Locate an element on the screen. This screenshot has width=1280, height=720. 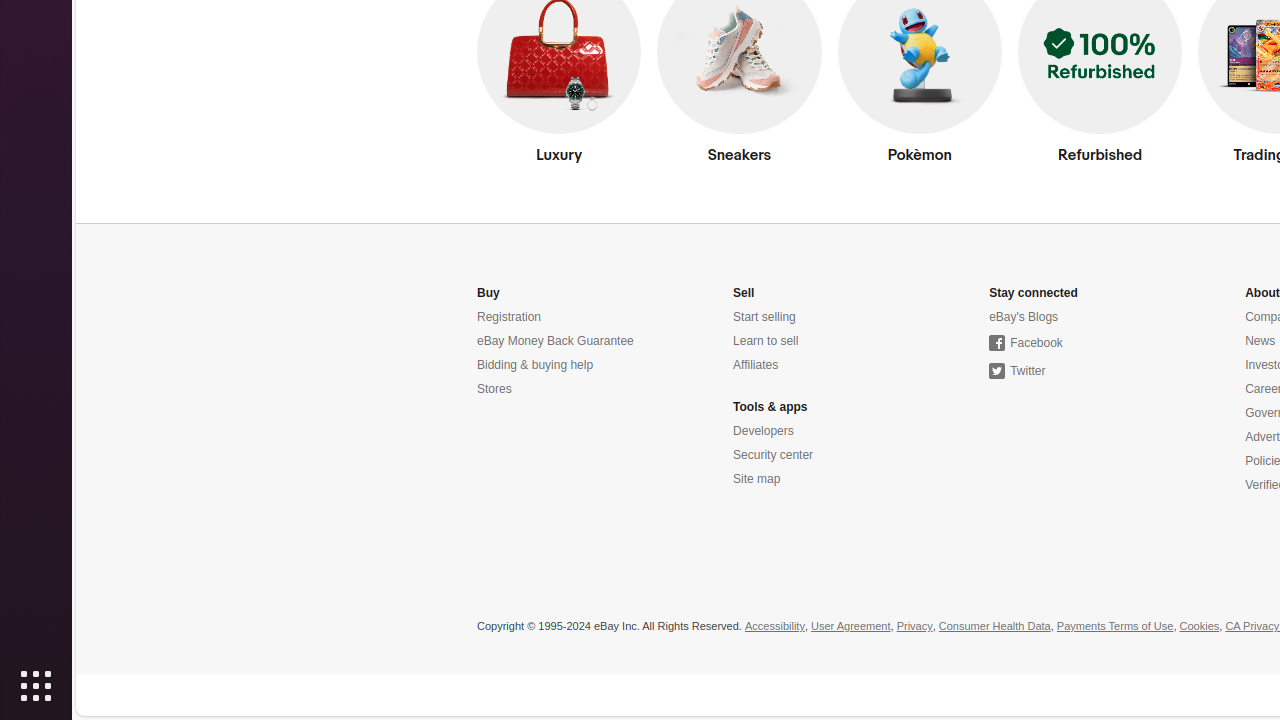
'Show Applications' is located at coordinates (35, 685).